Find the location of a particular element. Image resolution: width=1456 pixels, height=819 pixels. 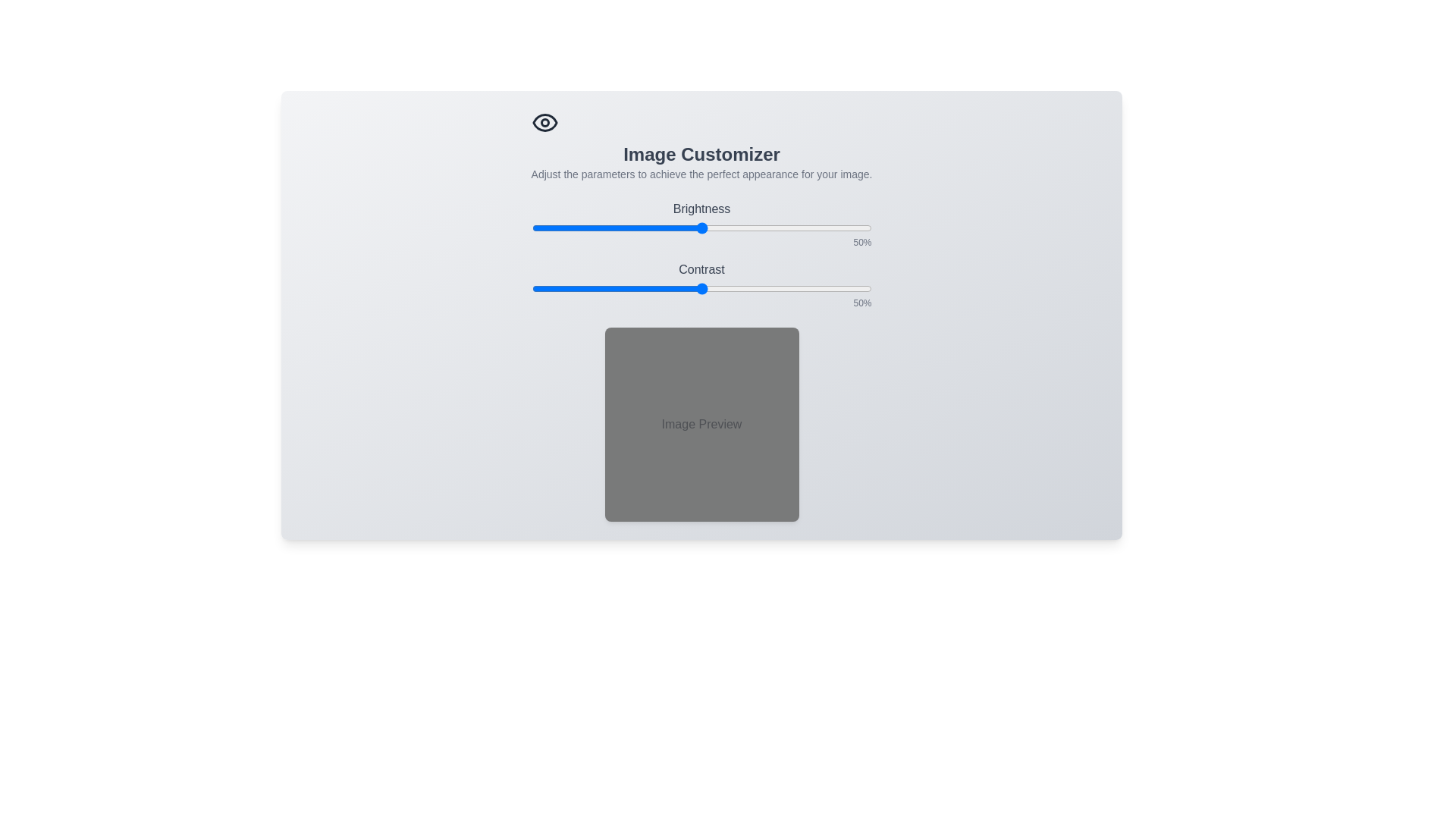

the brightness slider to set brightness to 64% is located at coordinates (749, 227).